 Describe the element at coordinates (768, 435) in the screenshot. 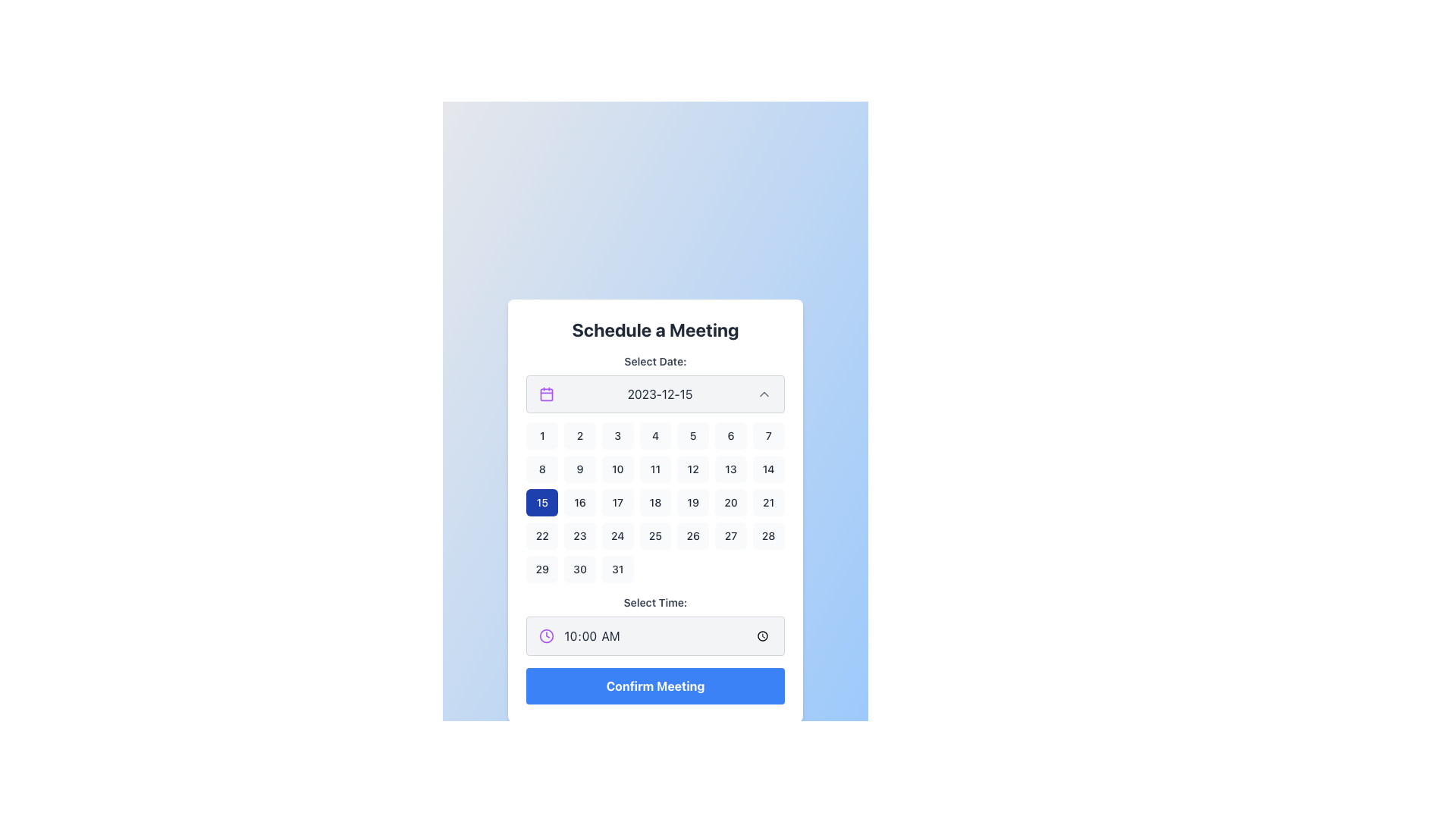

I see `the numerical day button representing the seventh day of the month in the calendar grid layout, located in the first row and seventh column` at that location.